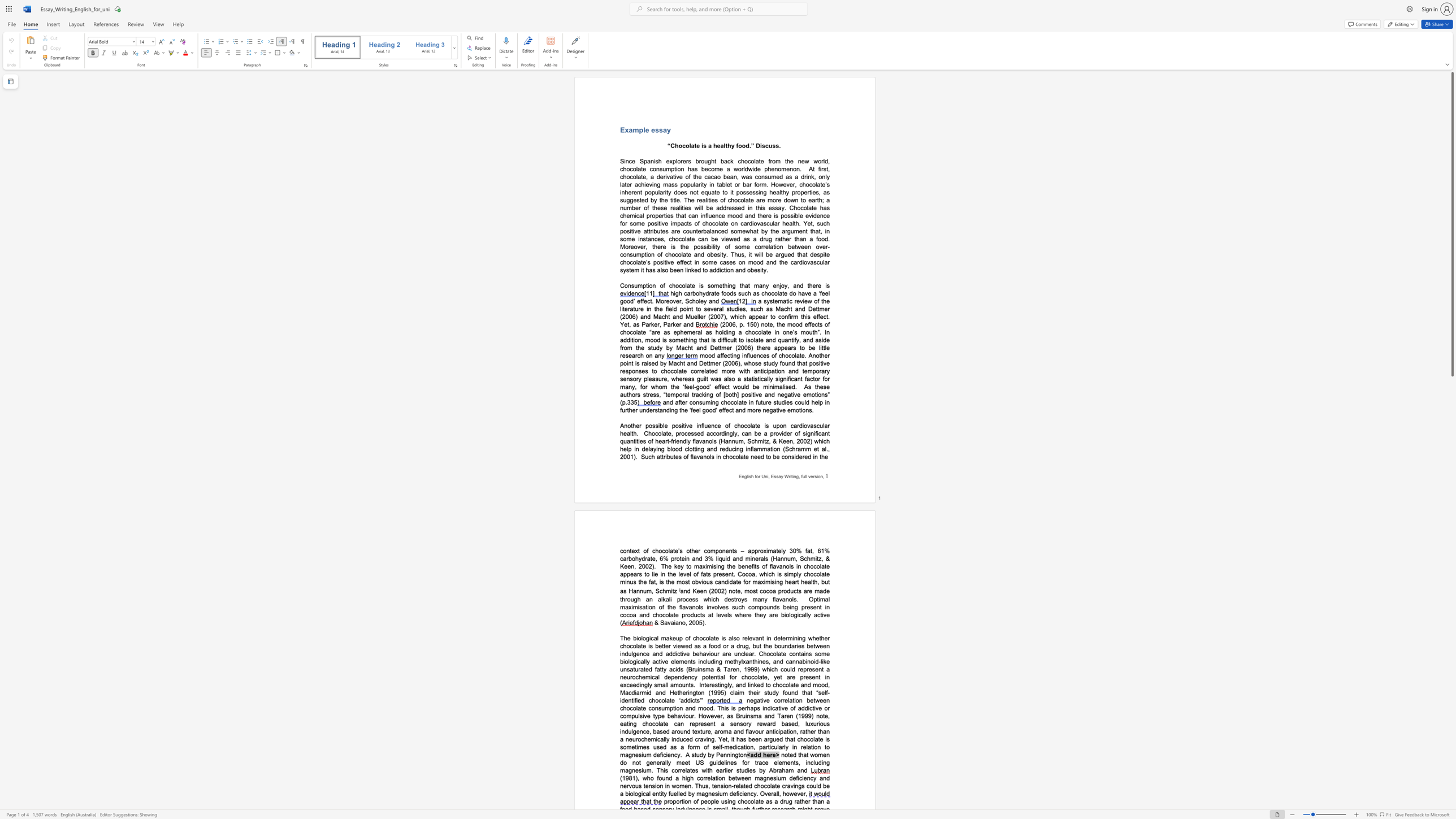  What do you see at coordinates (1451, 432) in the screenshot?
I see `the scrollbar to scroll downward` at bounding box center [1451, 432].